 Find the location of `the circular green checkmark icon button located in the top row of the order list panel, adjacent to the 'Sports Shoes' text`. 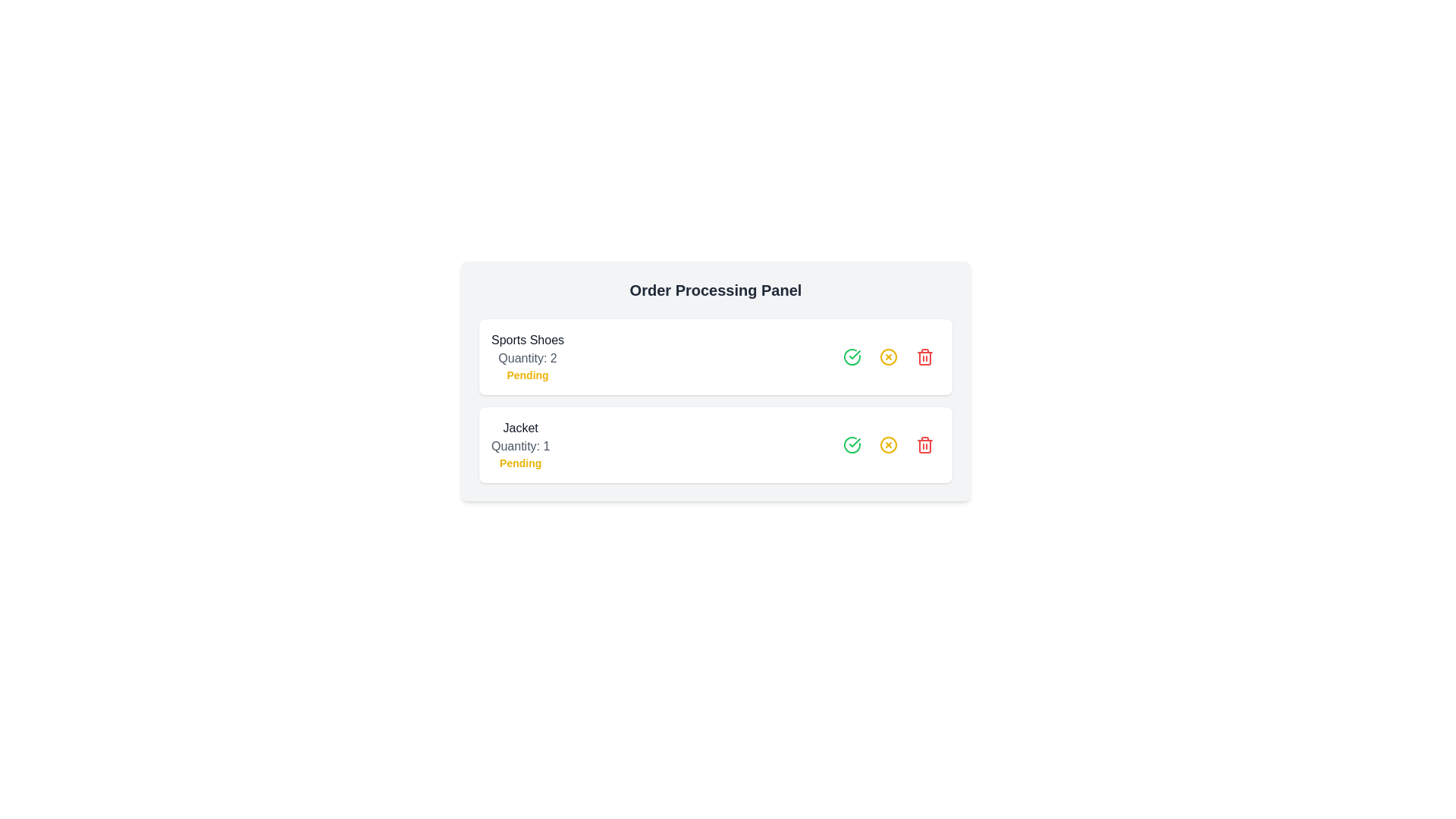

the circular green checkmark icon button located in the top row of the order list panel, adjacent to the 'Sports Shoes' text is located at coordinates (852, 356).